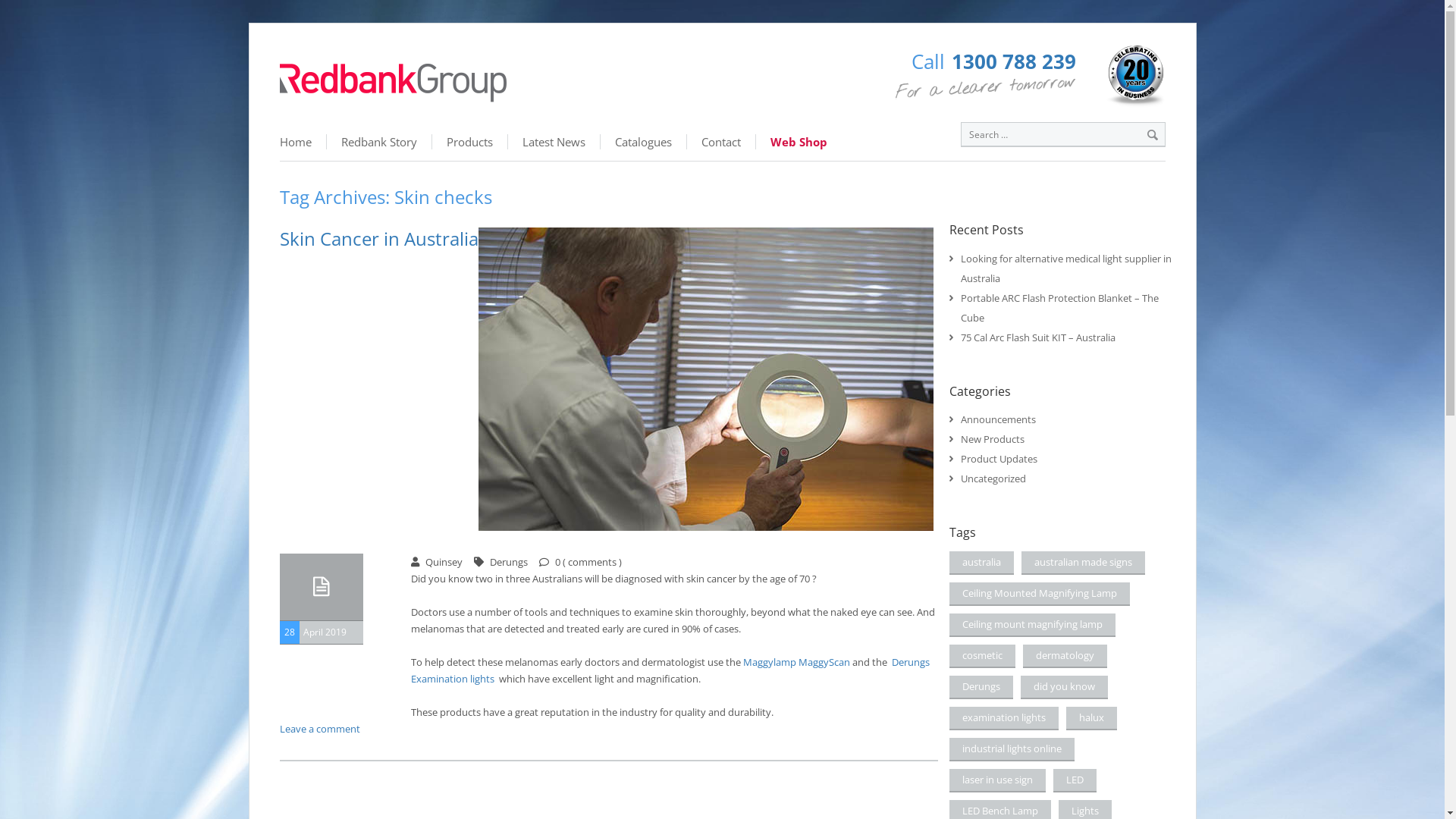 The image size is (1456, 819). What do you see at coordinates (669, 669) in the screenshot?
I see `'Derungs Examination lights'` at bounding box center [669, 669].